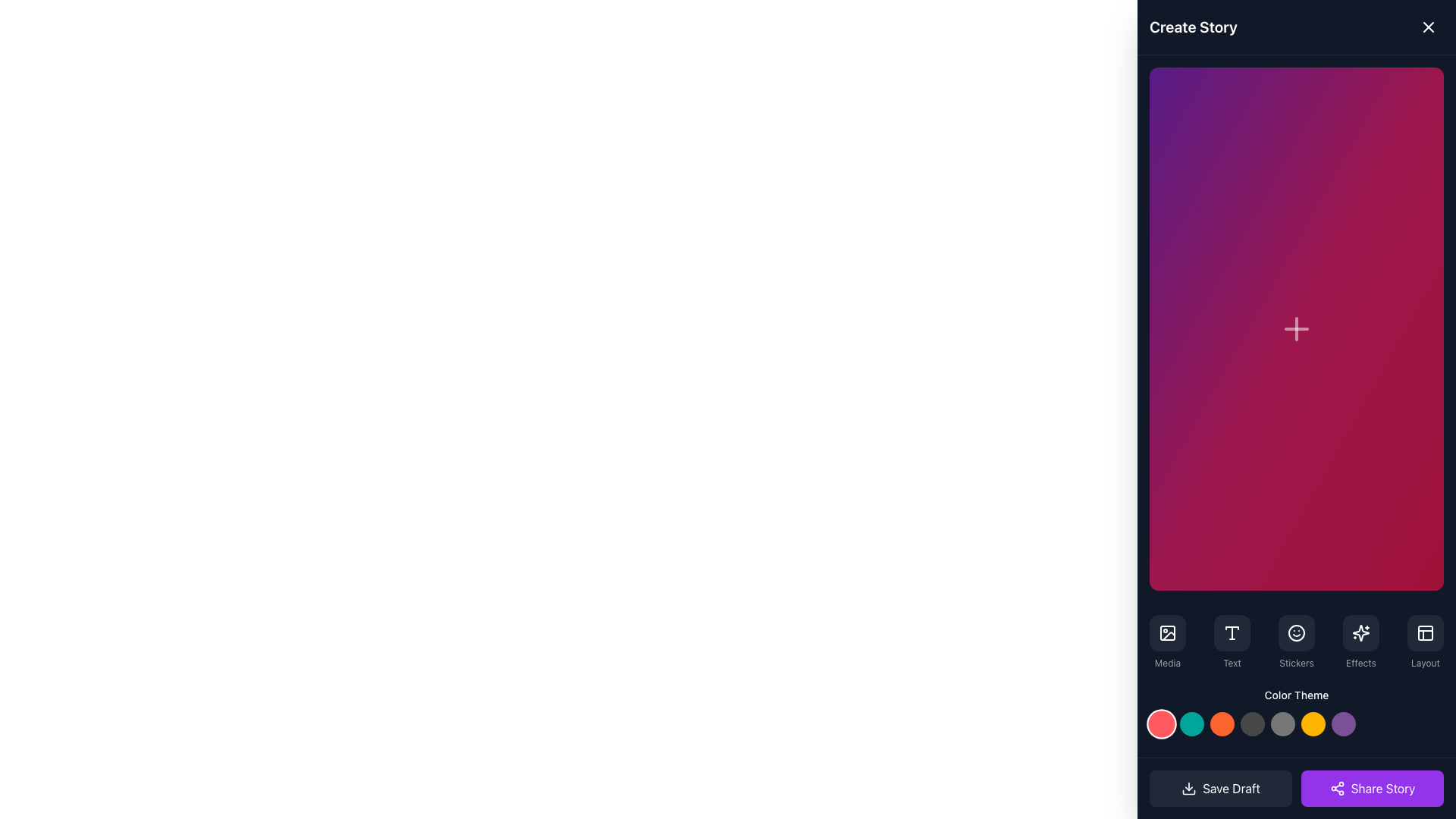  Describe the element at coordinates (1220, 788) in the screenshot. I see `the 'Save Draft' button, which is the leftmost button in a horizontal row at the bottom right of the modal interface` at that location.